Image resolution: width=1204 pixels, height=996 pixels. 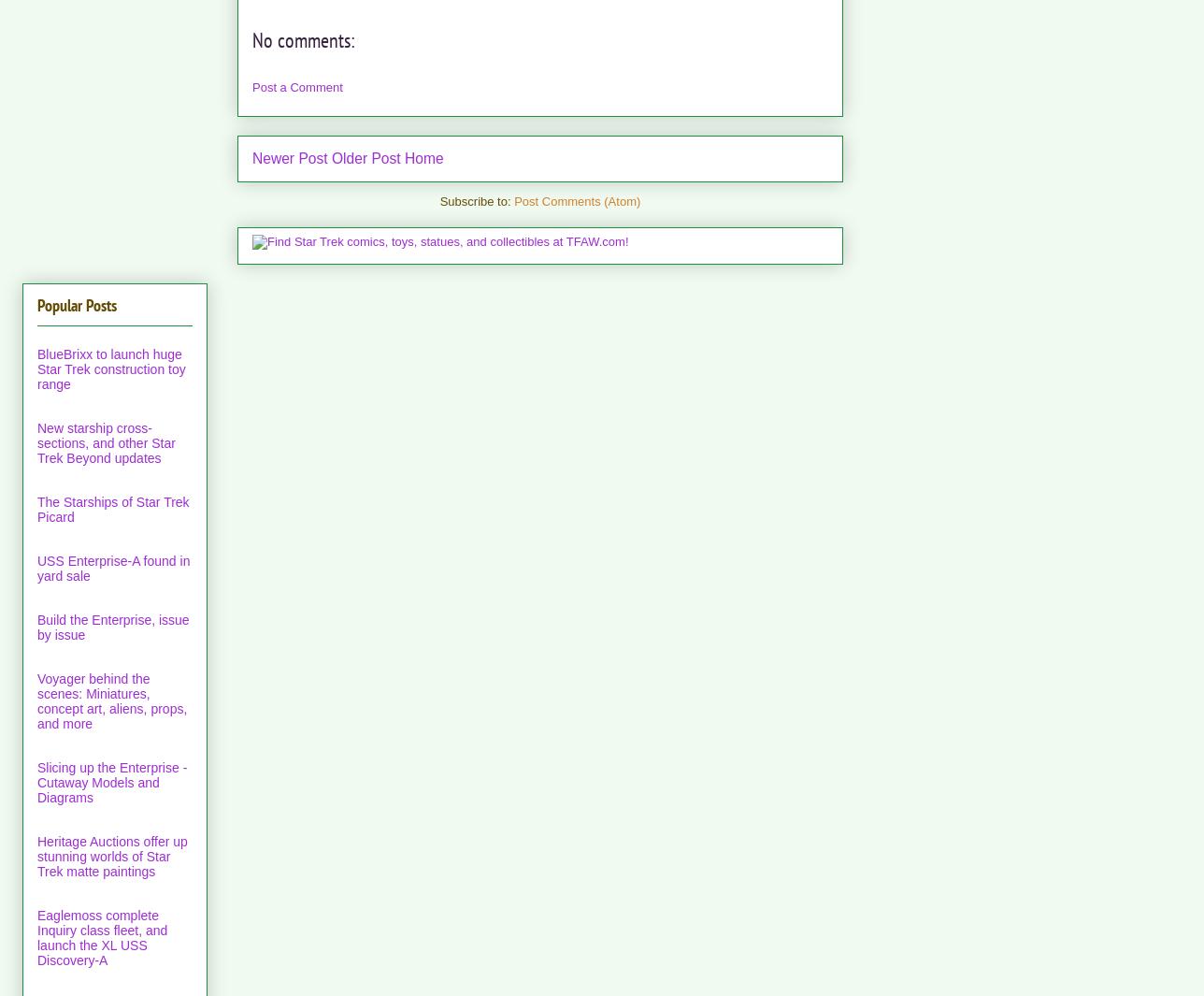 What do you see at coordinates (110, 368) in the screenshot?
I see `'BlueBrixx to launch huge Star Trek construction toy range'` at bounding box center [110, 368].